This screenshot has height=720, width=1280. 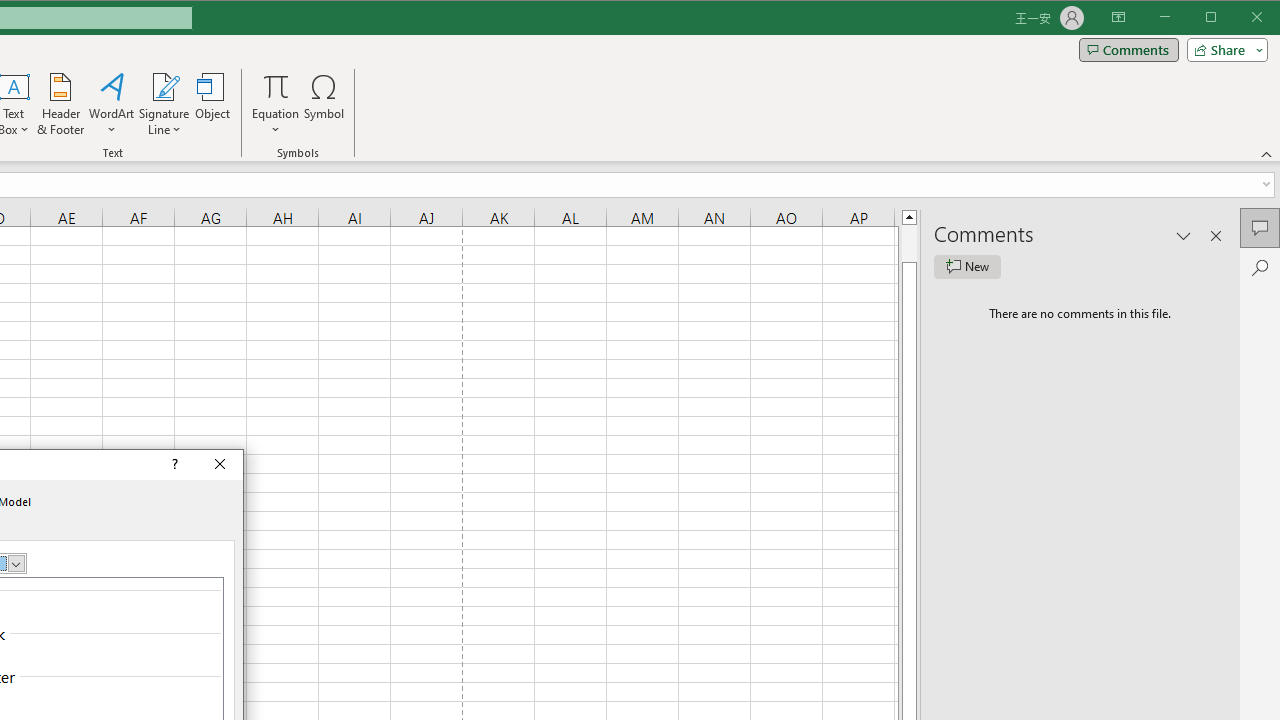 I want to click on 'Symbol...', so click(x=324, y=104).